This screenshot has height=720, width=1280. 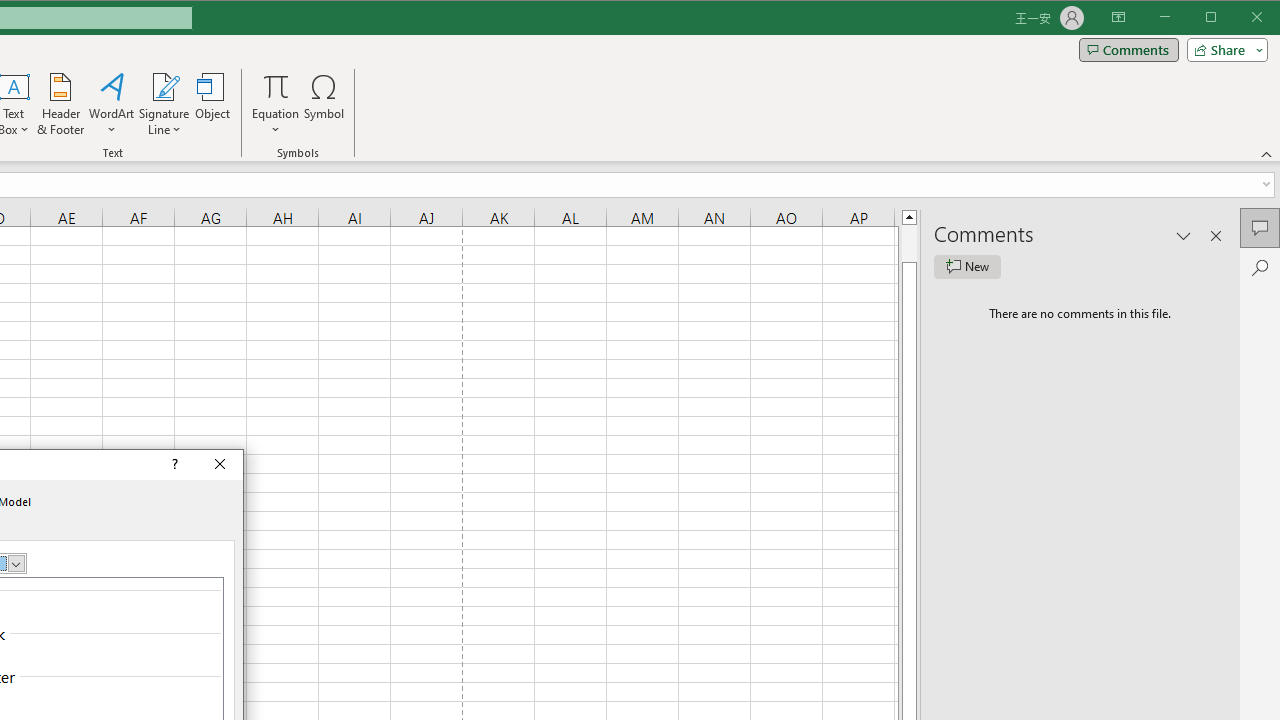 I want to click on 'Symbol...', so click(x=324, y=104).